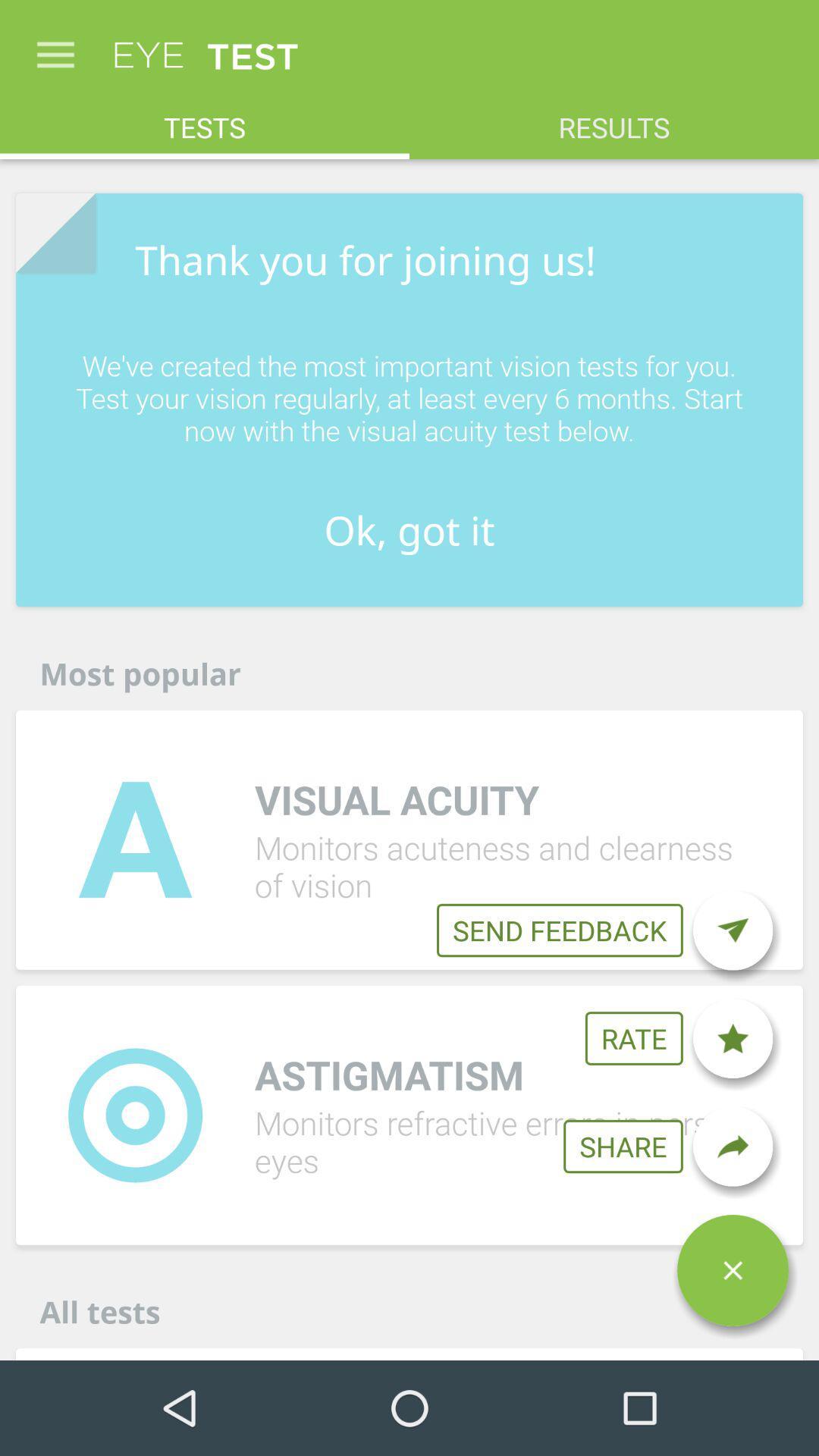 This screenshot has height=1456, width=819. Describe the element at coordinates (614, 118) in the screenshot. I see `item to the right of the tests icon` at that location.